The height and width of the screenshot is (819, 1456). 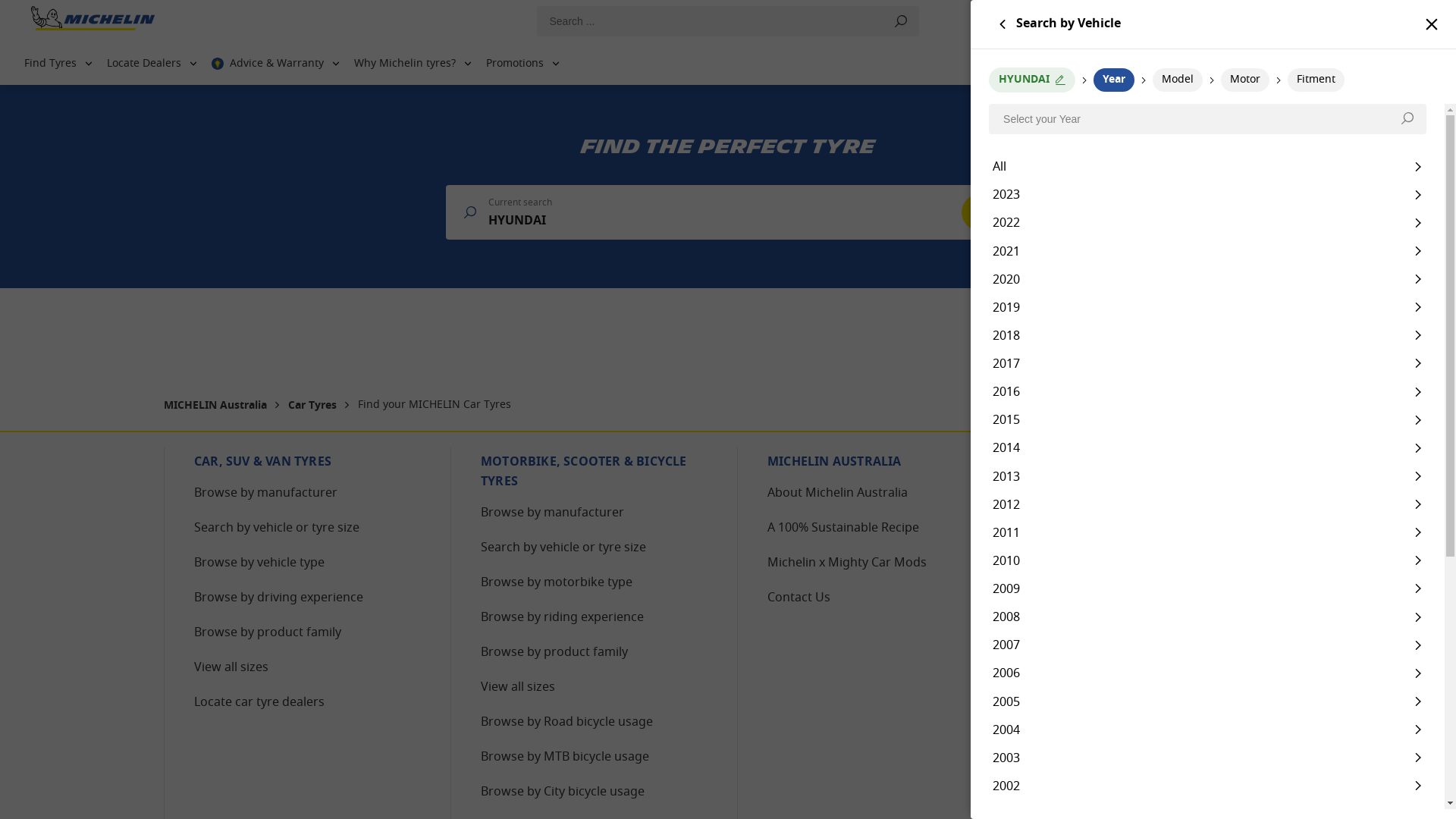 I want to click on 'MICHELIN Australia', so click(x=216, y=405).